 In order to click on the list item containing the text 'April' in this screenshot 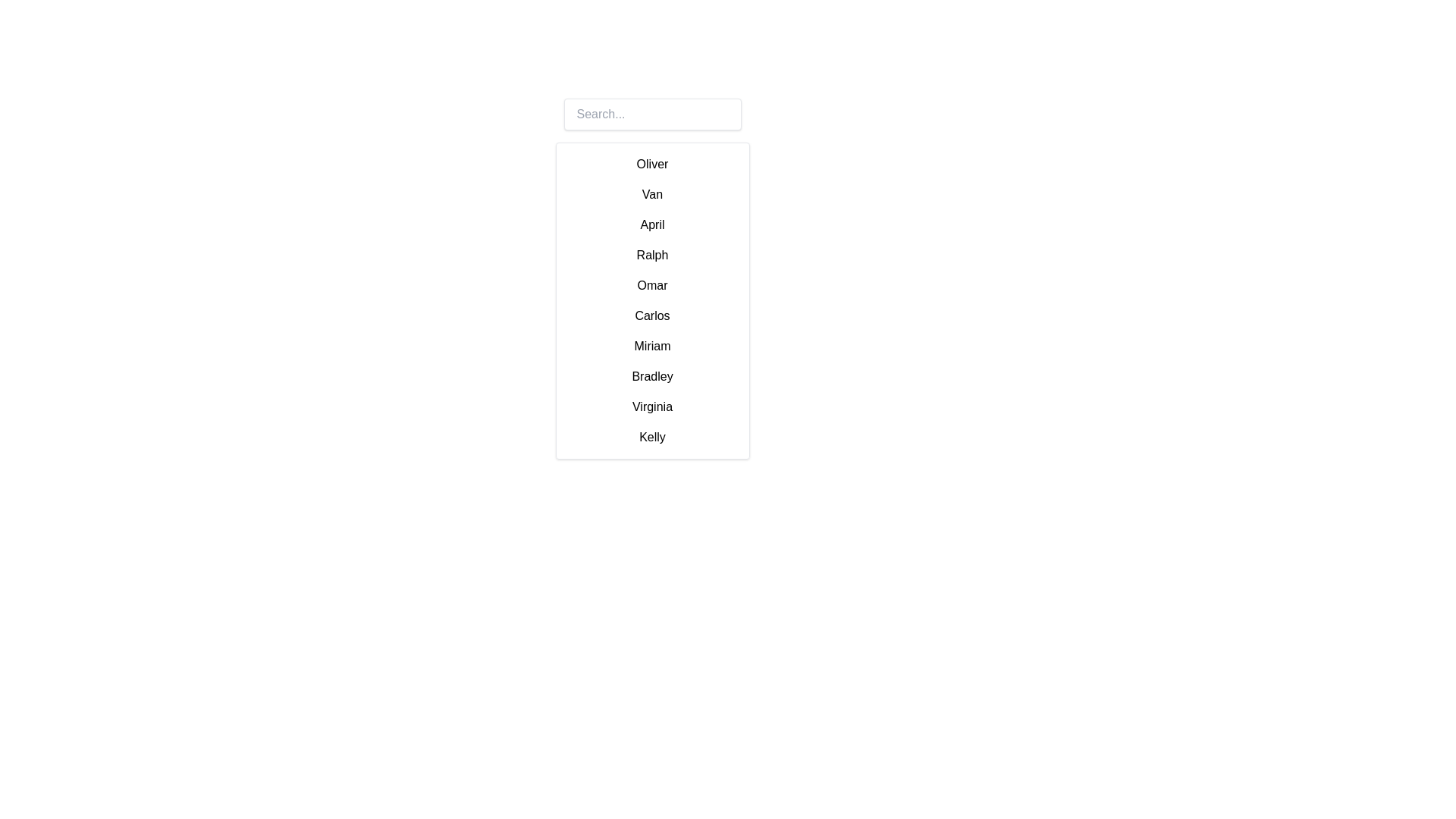, I will do `click(652, 225)`.